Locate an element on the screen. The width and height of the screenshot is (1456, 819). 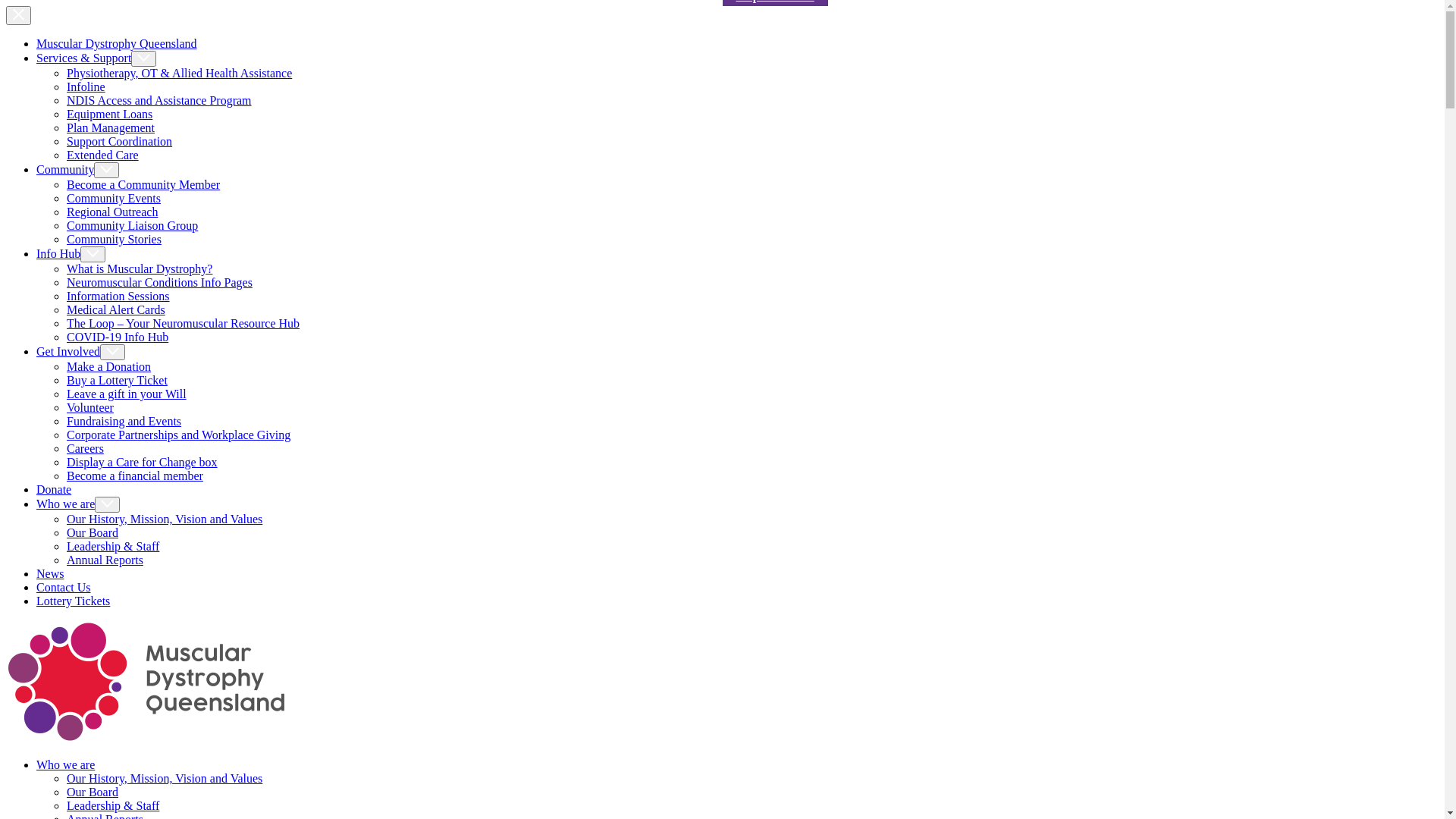
'Extended Care' is located at coordinates (102, 155).